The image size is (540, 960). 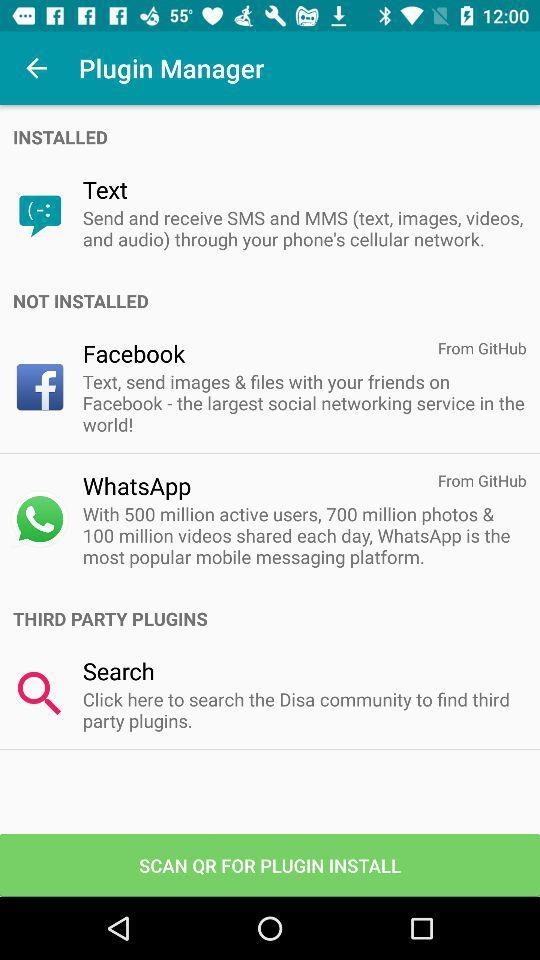 What do you see at coordinates (270, 864) in the screenshot?
I see `the scan qr for` at bounding box center [270, 864].